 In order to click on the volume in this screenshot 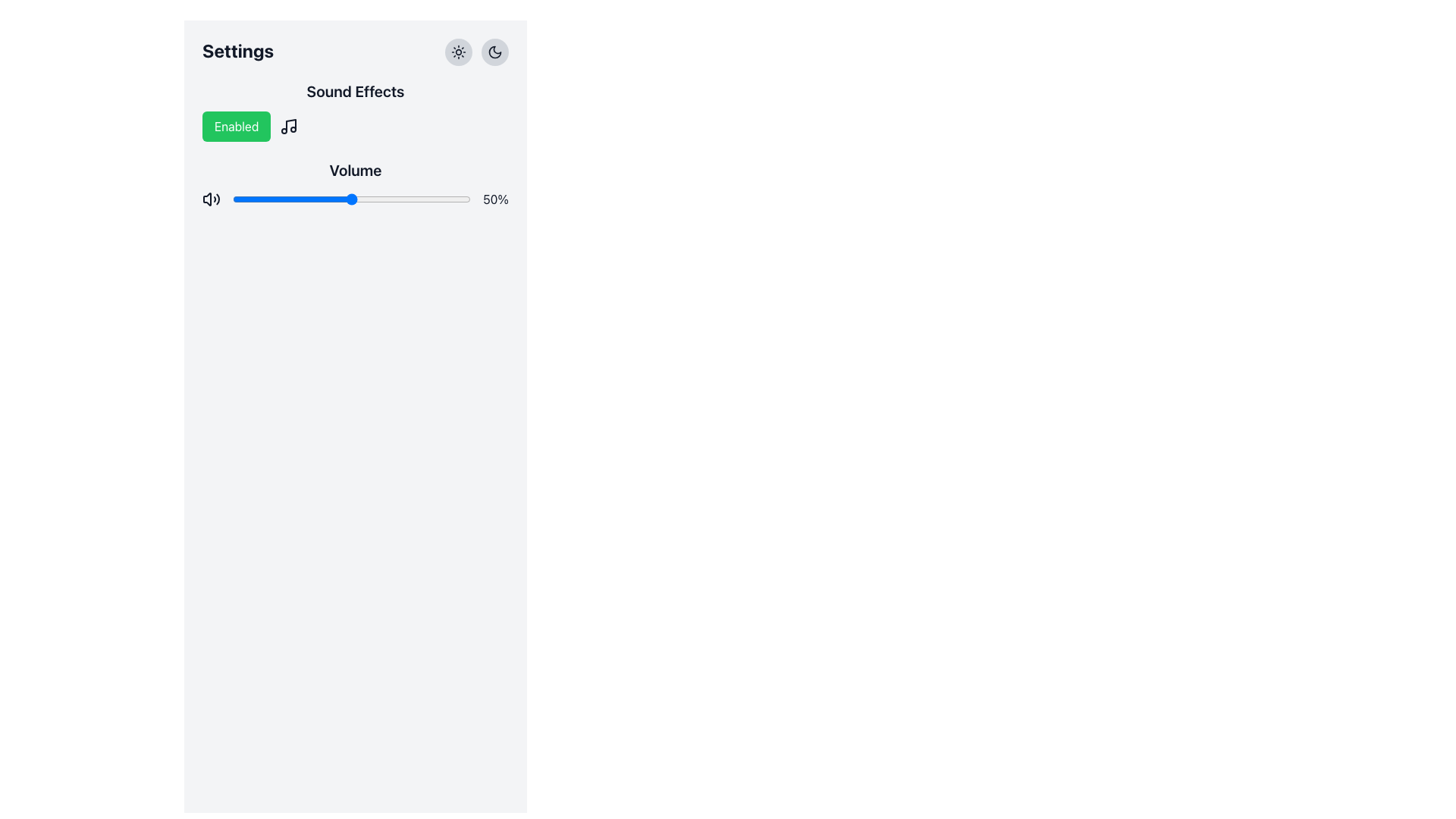, I will do `click(327, 198)`.